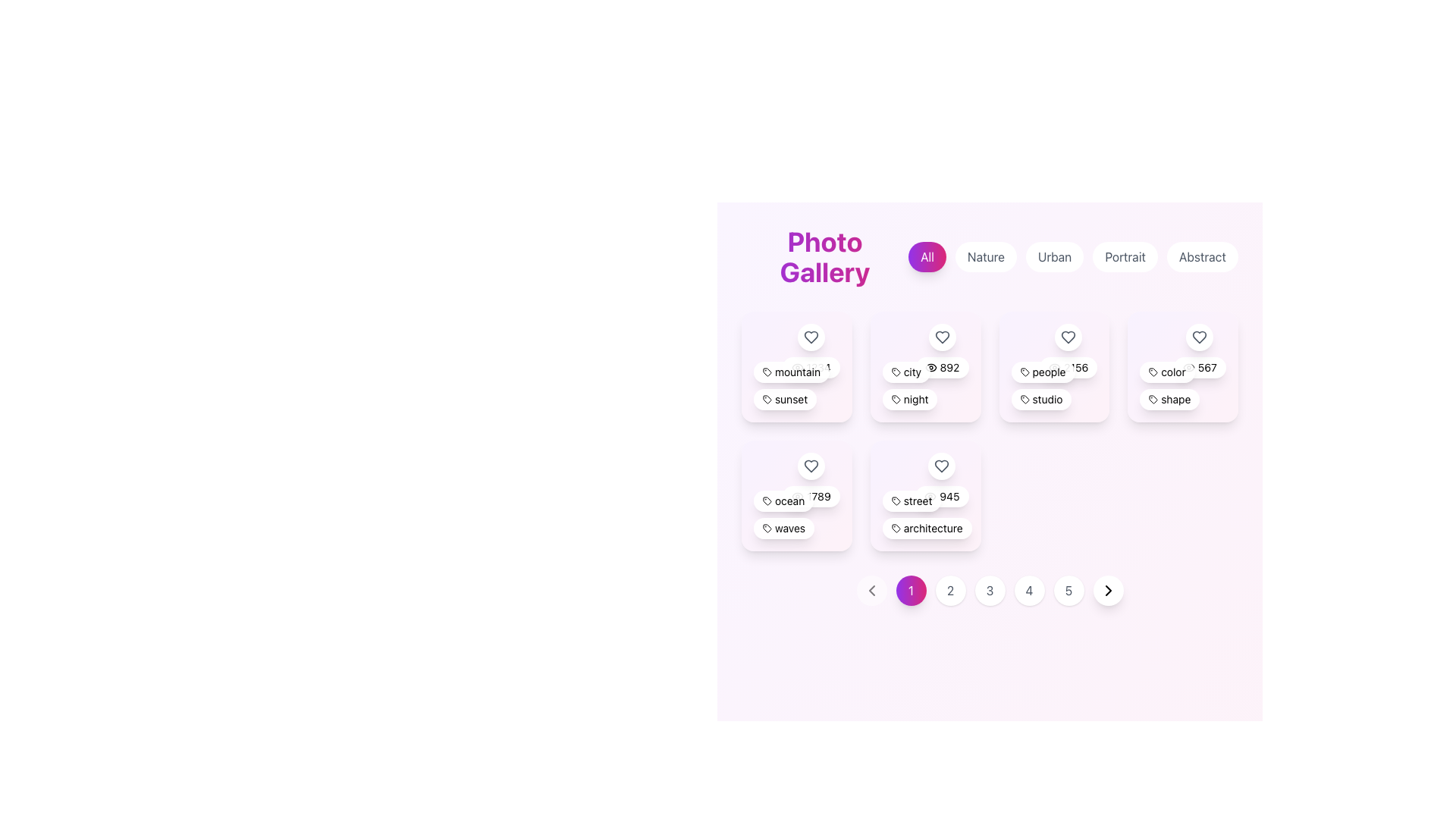 This screenshot has width=1456, height=819. What do you see at coordinates (896, 500) in the screenshot?
I see `the tag-shaped icon associated with the 'street' label in the bottom row of the grid layout` at bounding box center [896, 500].